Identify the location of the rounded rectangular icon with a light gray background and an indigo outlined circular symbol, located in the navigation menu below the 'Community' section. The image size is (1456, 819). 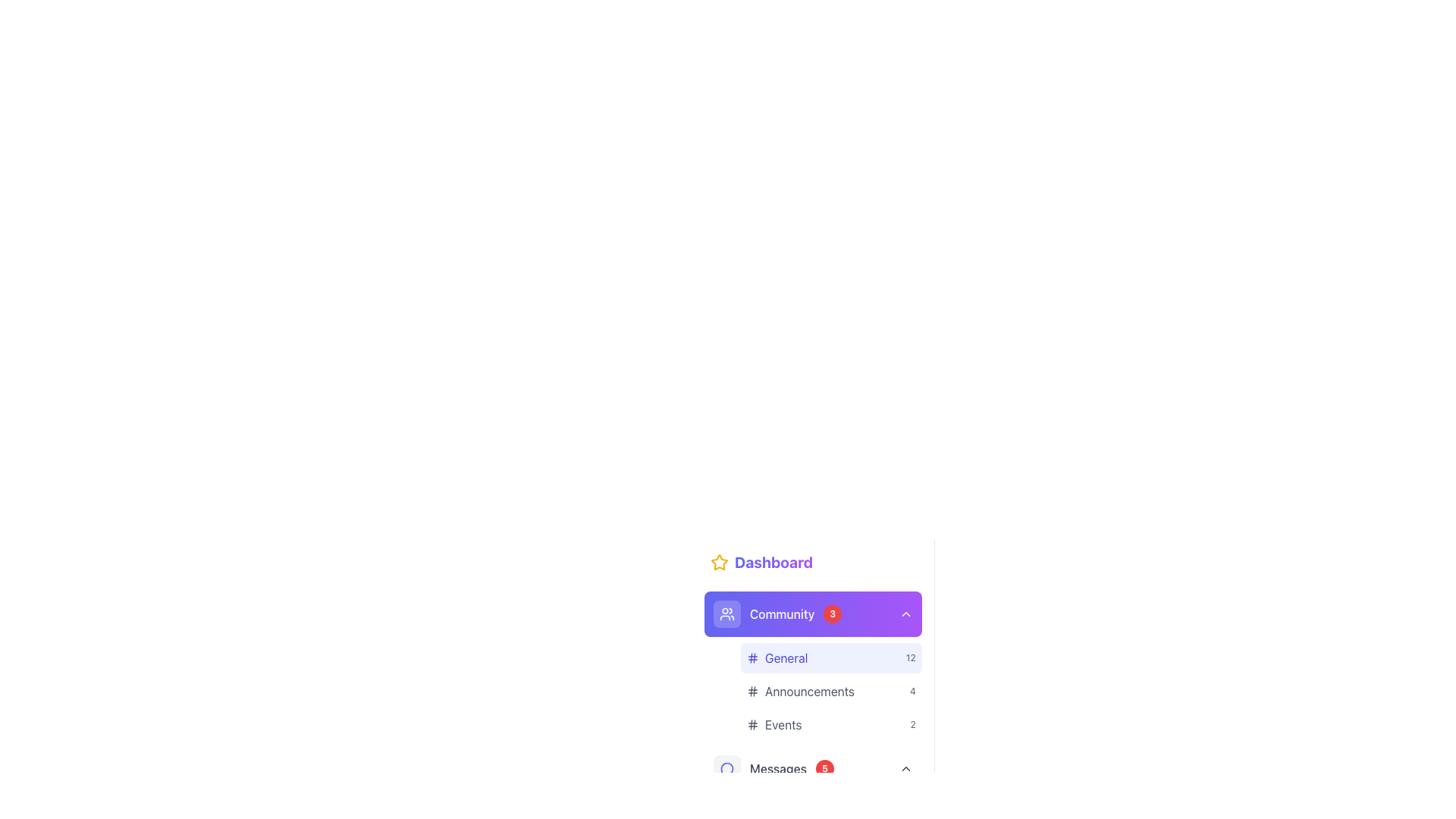
(726, 769).